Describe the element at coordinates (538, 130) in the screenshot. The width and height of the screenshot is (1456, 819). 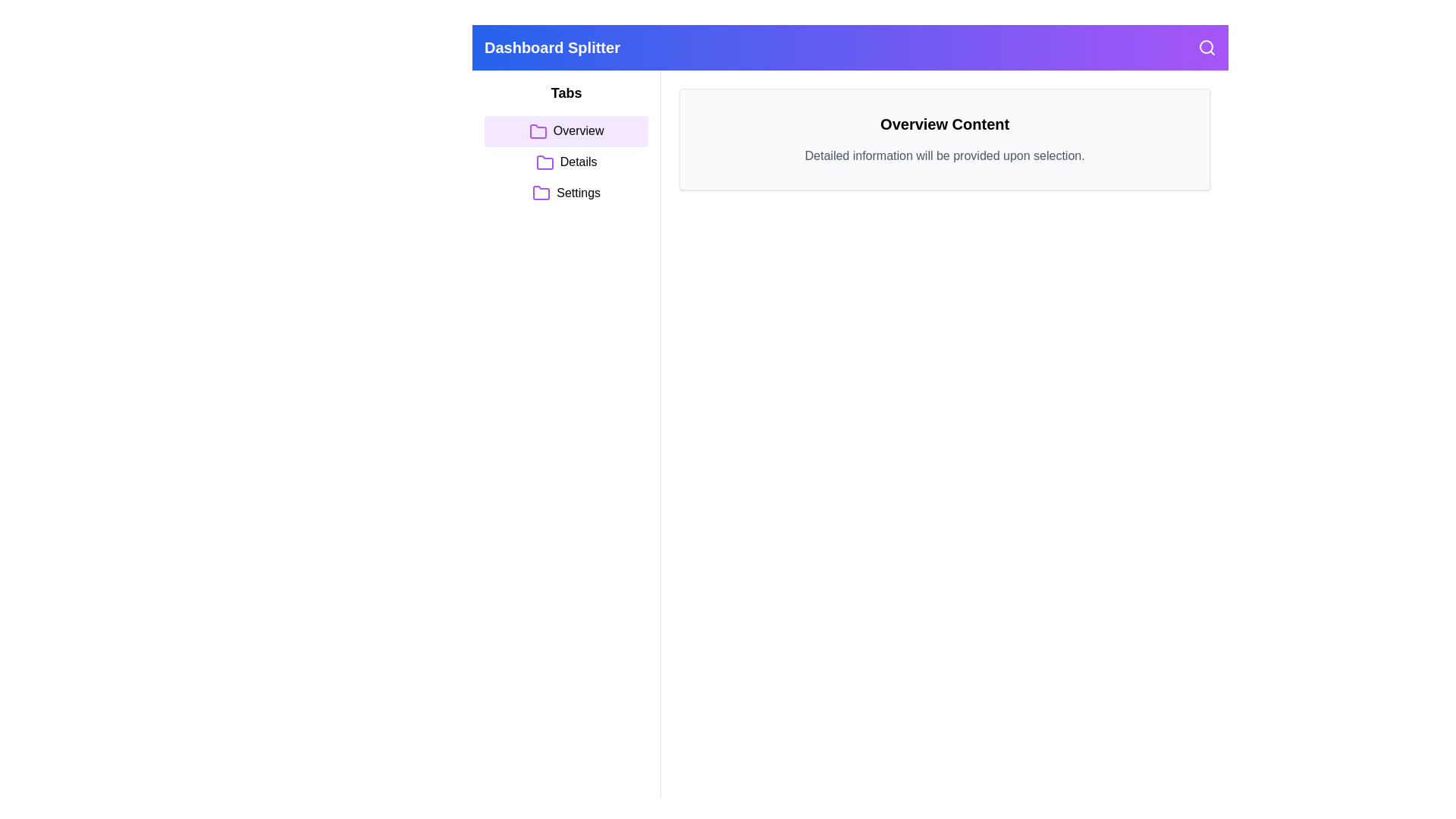
I see `the 'Overview' vector graphic icon in the sidebar menu` at that location.